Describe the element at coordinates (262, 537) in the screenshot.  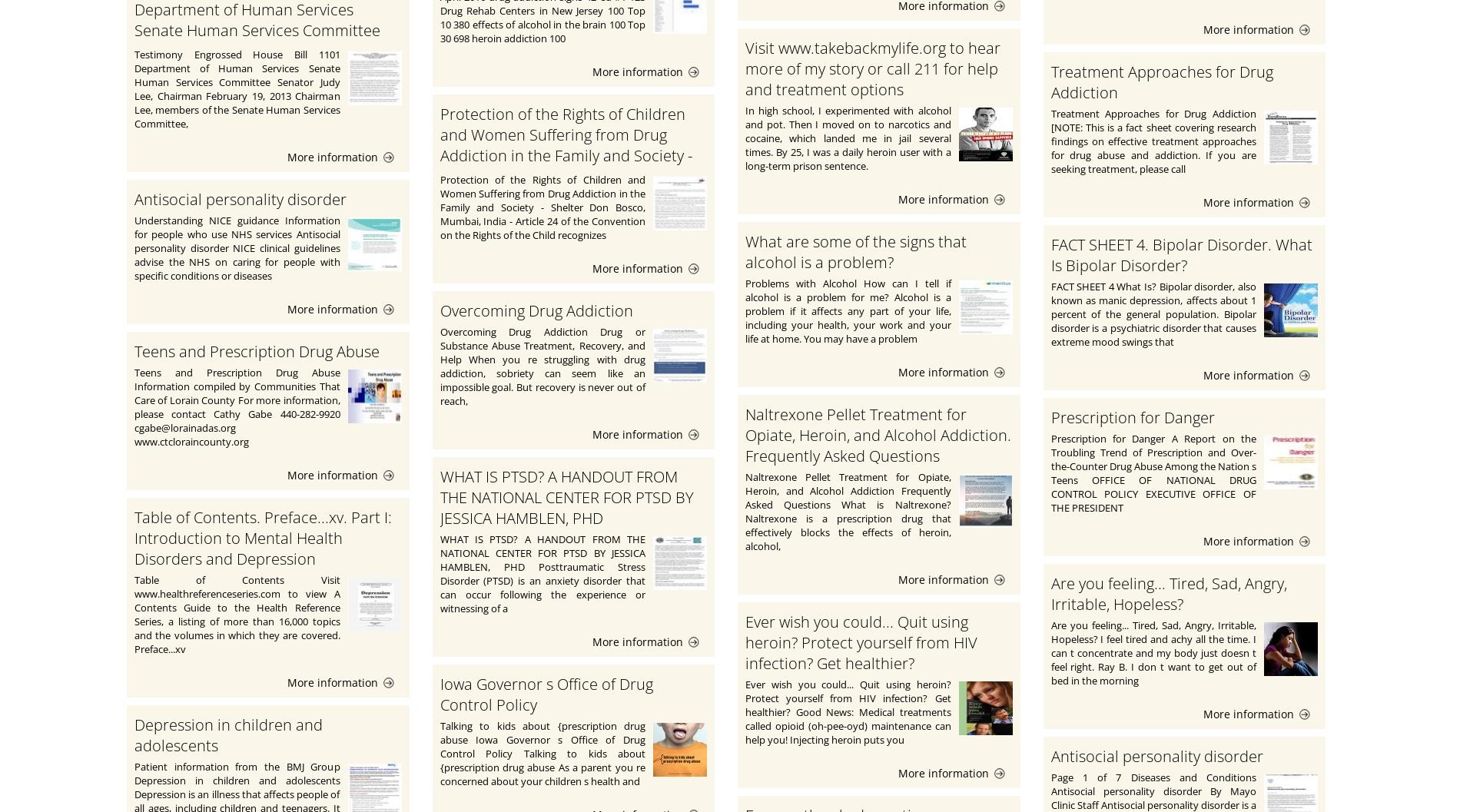
I see `'Table of Contents. Preface...xv. Part I: Introduction to Mental Health Disorders and Depression'` at that location.